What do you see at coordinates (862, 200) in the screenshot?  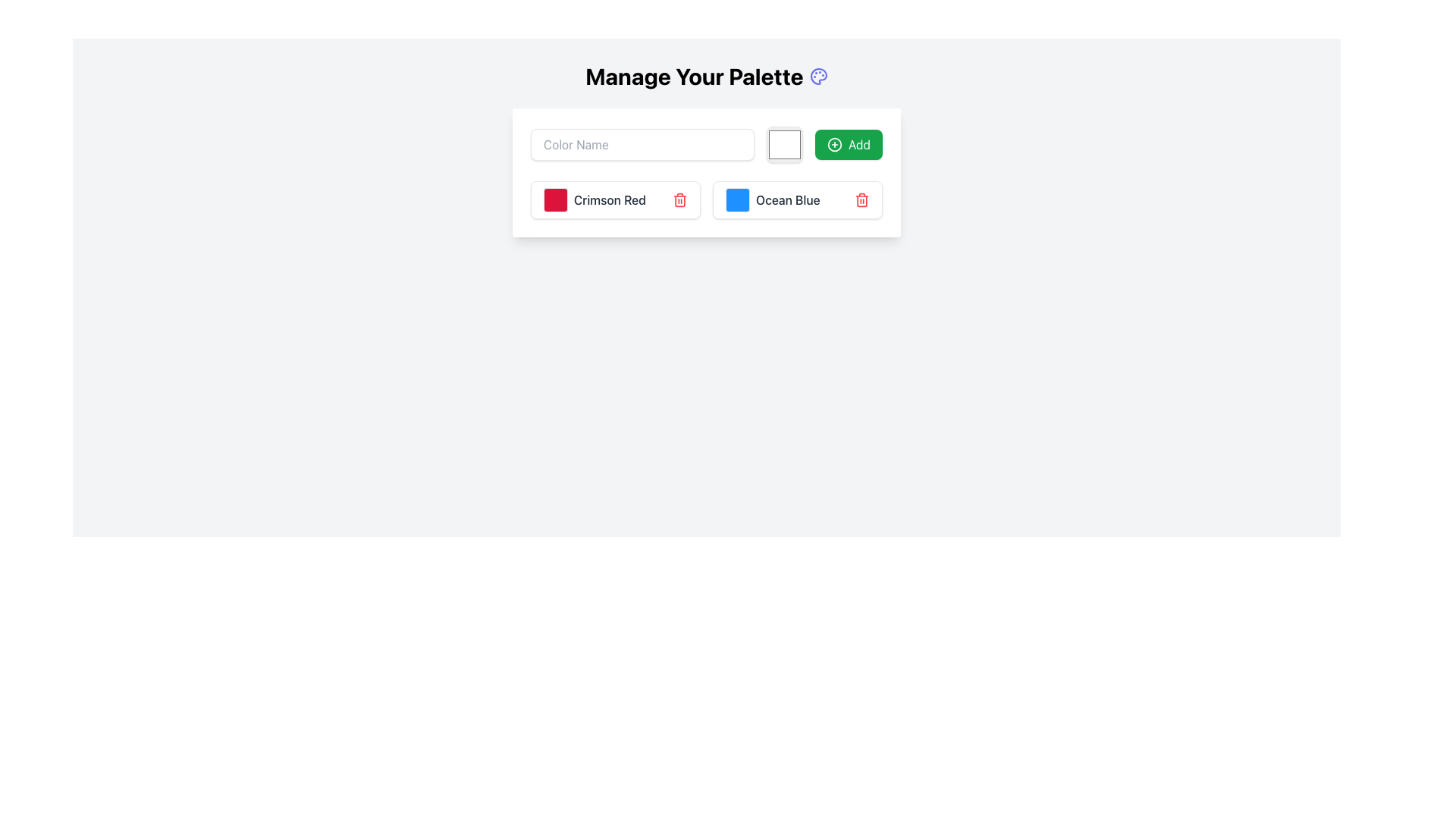 I see `the trash can icon located within the color palette management section, positioned to the right of the 'Crimson Red' and 'Ocean Blue' color swatches` at bounding box center [862, 200].